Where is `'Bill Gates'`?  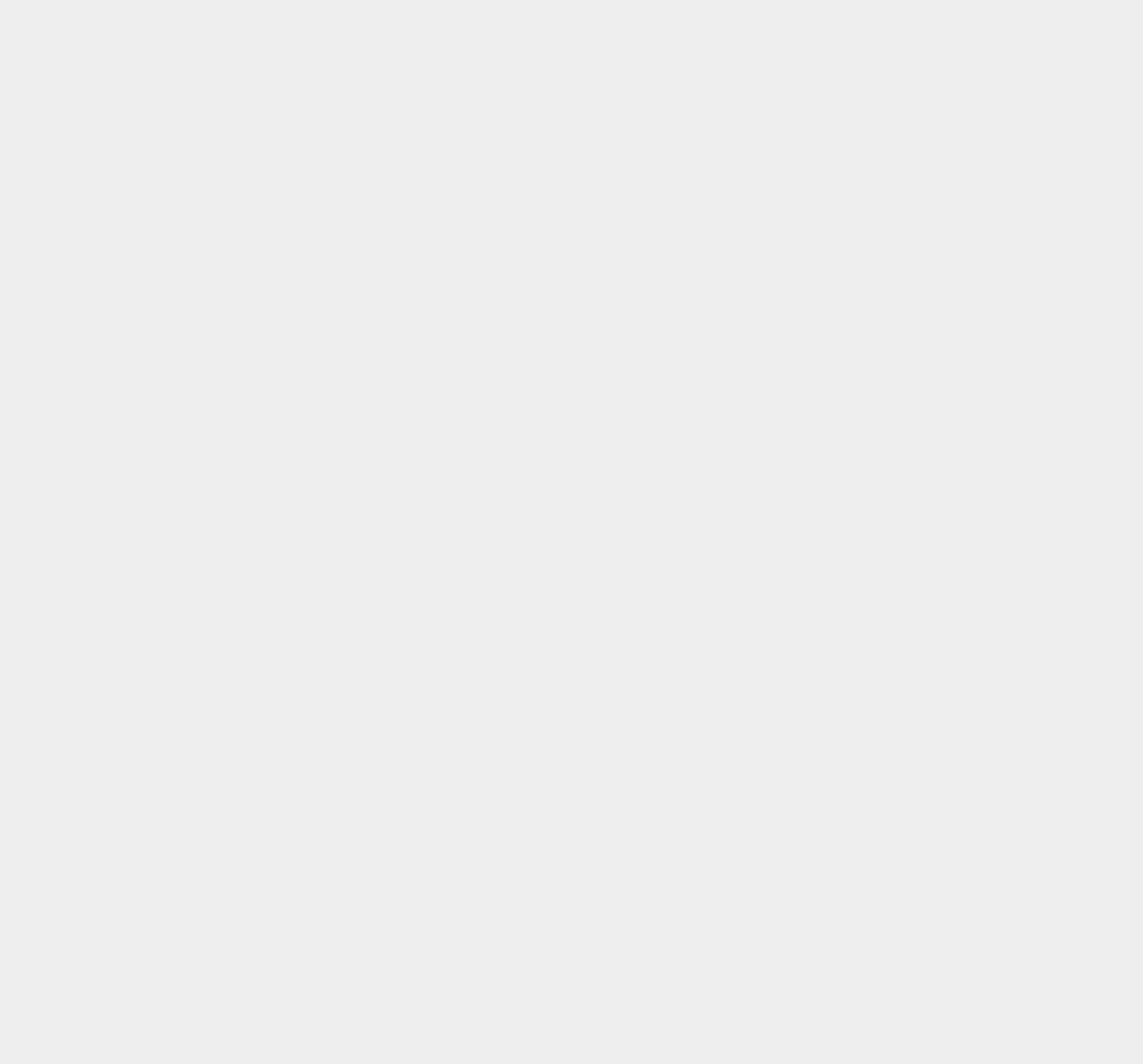
'Bill Gates' is located at coordinates (807, 608).